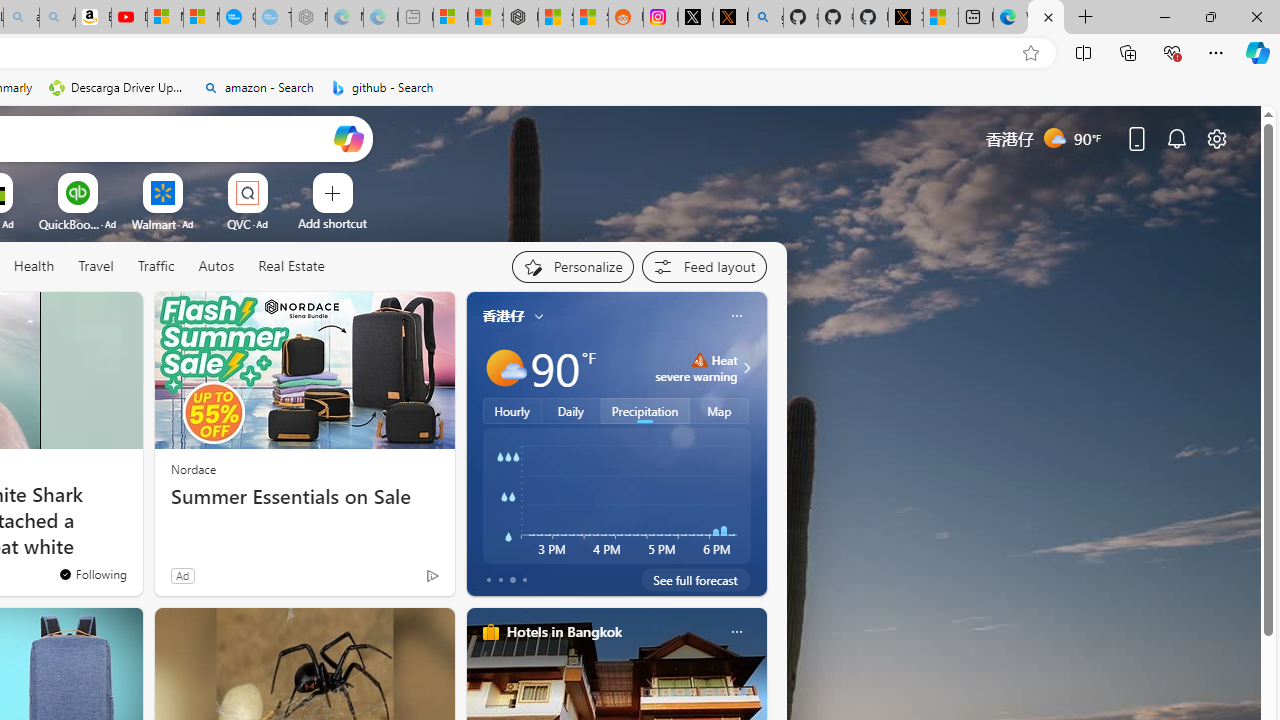 This screenshot has width=1280, height=720. What do you see at coordinates (524, 579) in the screenshot?
I see `'tab-3'` at bounding box center [524, 579].